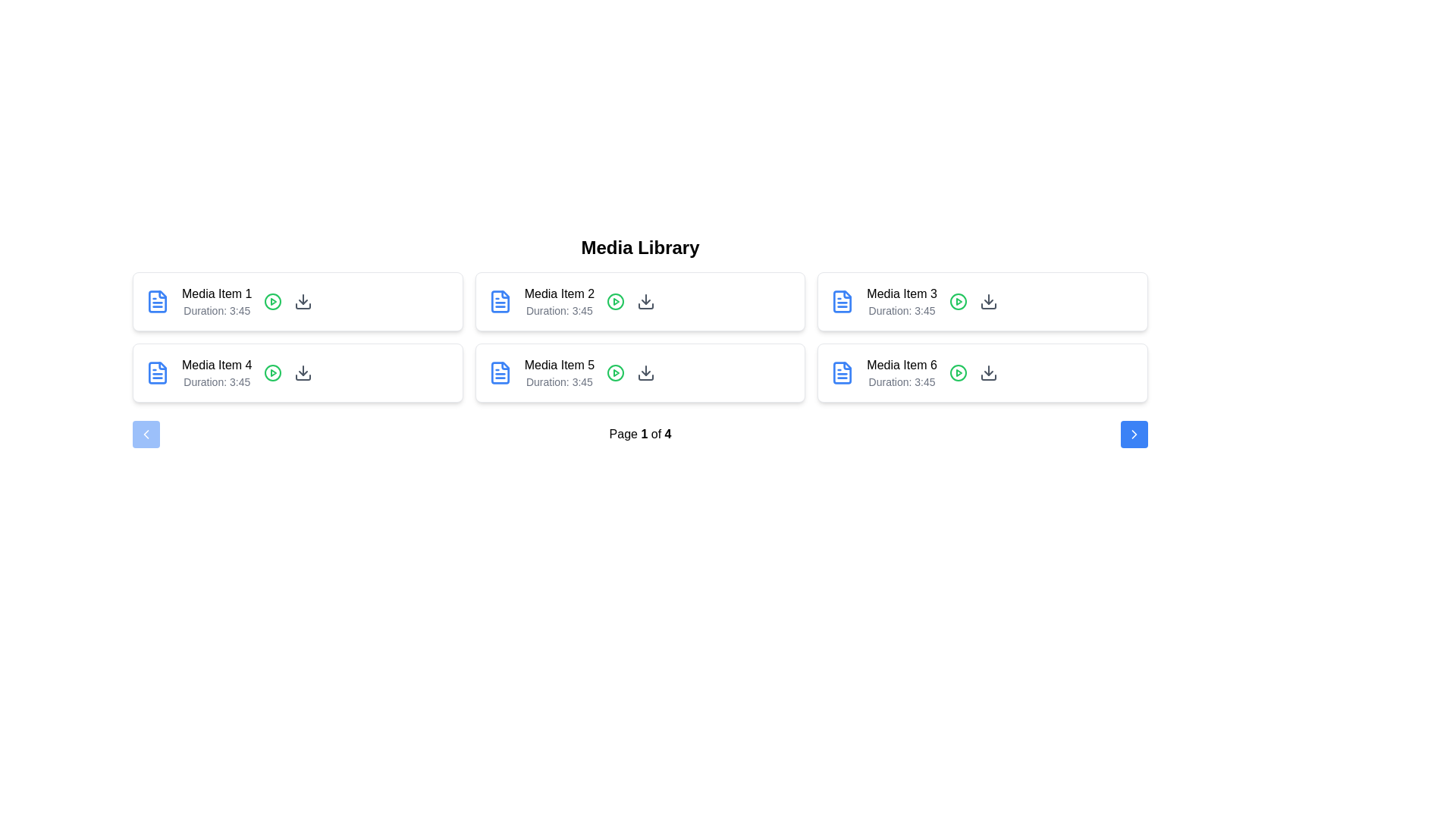 This screenshot has height=819, width=1456. I want to click on the blue SVG icon representing a document with lines located in the top-left corner of the 'Media Item 6' card, so click(842, 373).